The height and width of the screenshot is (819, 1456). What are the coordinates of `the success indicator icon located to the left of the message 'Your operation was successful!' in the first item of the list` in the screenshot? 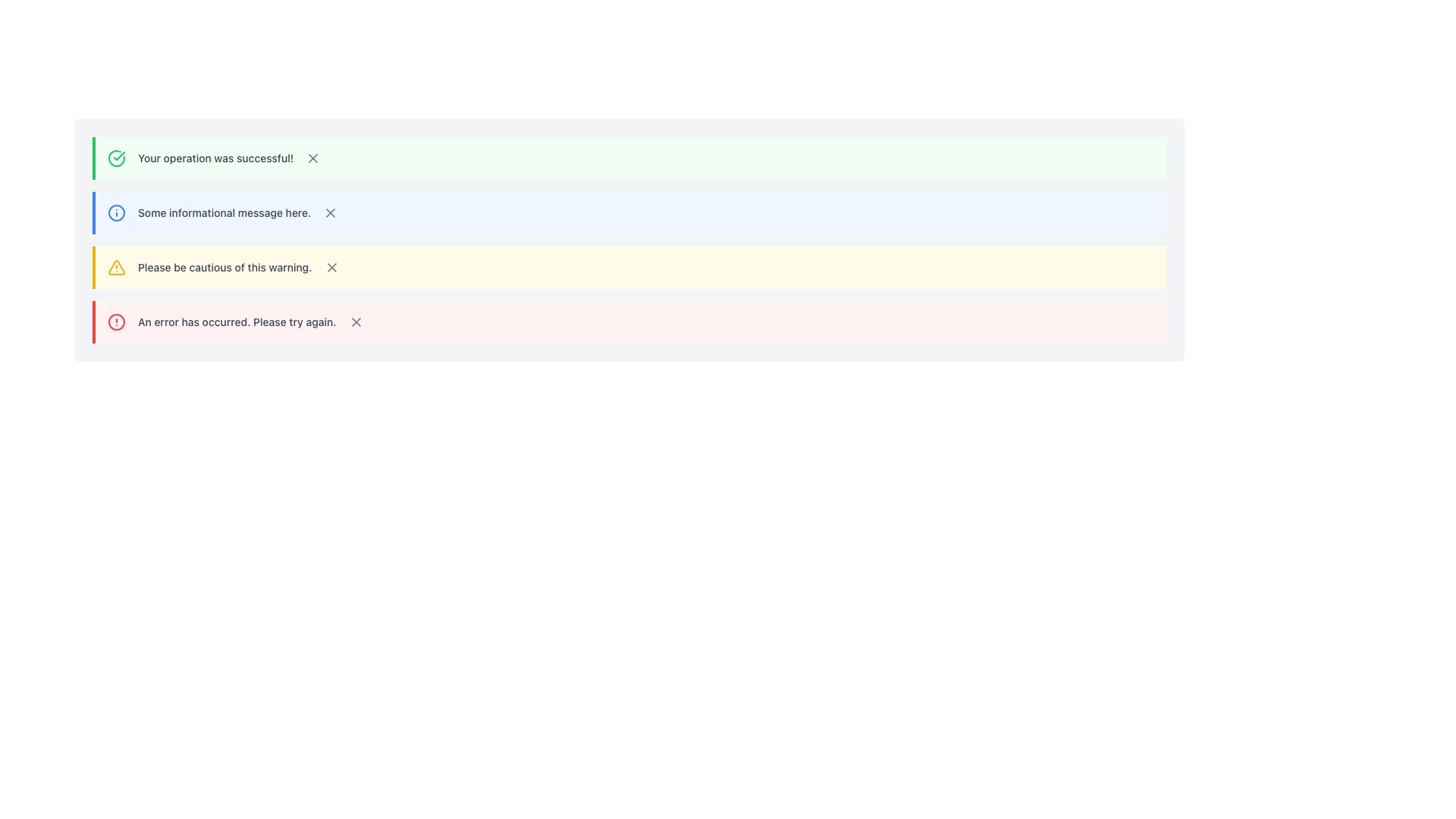 It's located at (115, 158).